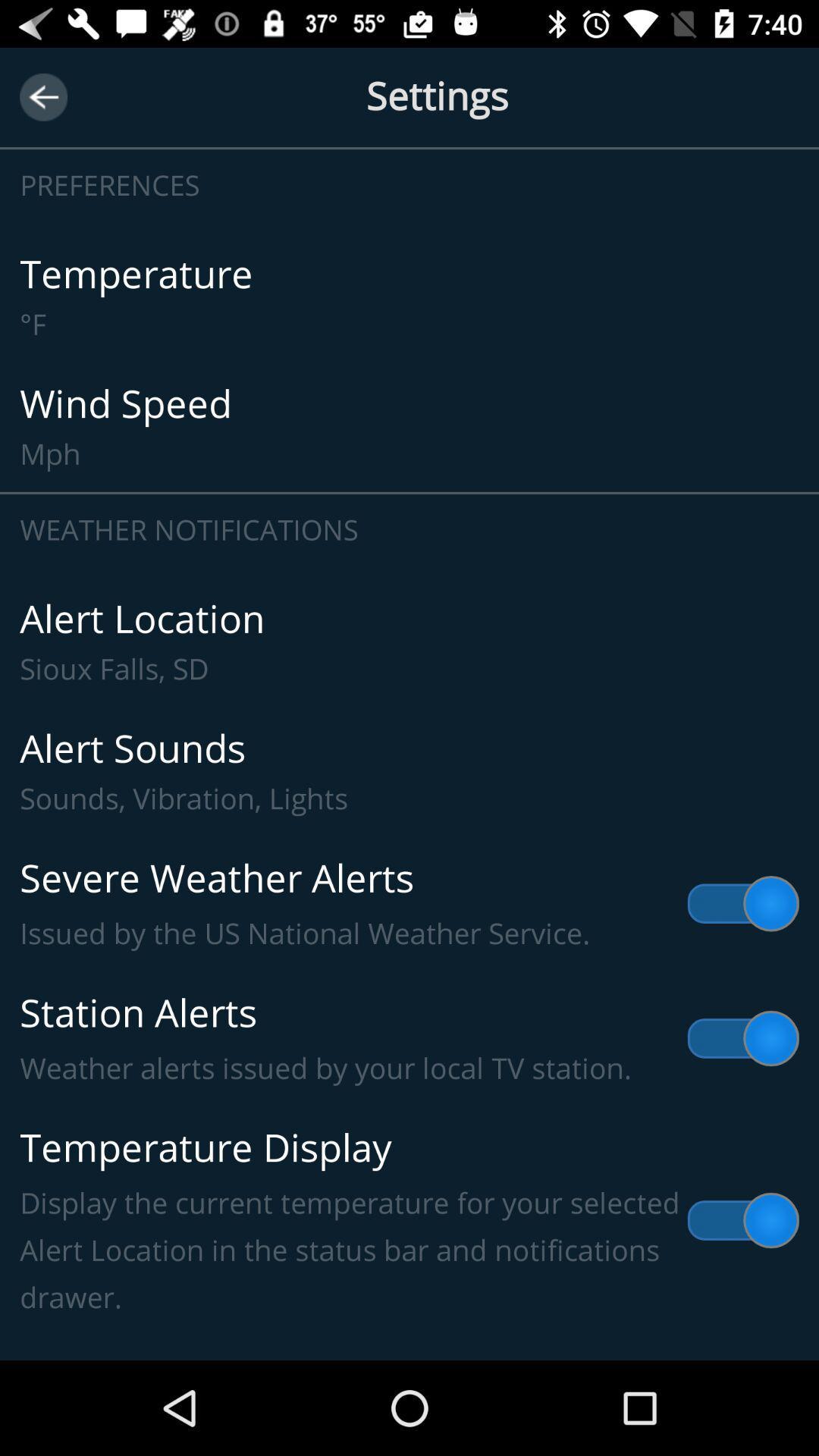  What do you see at coordinates (409, 771) in the screenshot?
I see `item below alert location sioux icon` at bounding box center [409, 771].